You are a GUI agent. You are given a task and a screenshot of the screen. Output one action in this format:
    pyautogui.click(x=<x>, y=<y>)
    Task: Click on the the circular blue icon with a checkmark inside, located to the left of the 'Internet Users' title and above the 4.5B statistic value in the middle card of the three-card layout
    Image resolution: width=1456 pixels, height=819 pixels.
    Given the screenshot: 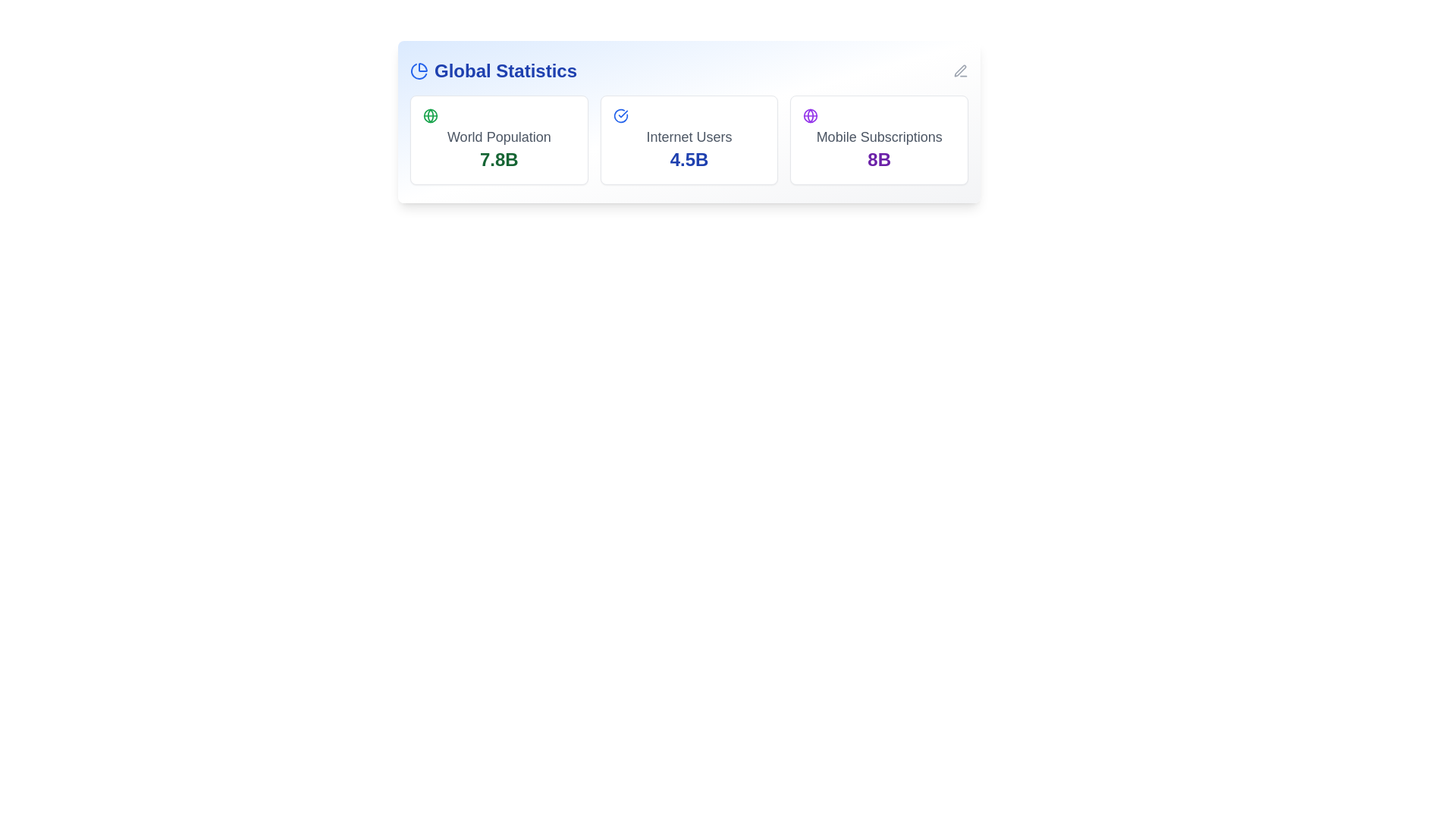 What is the action you would take?
    pyautogui.click(x=620, y=115)
    